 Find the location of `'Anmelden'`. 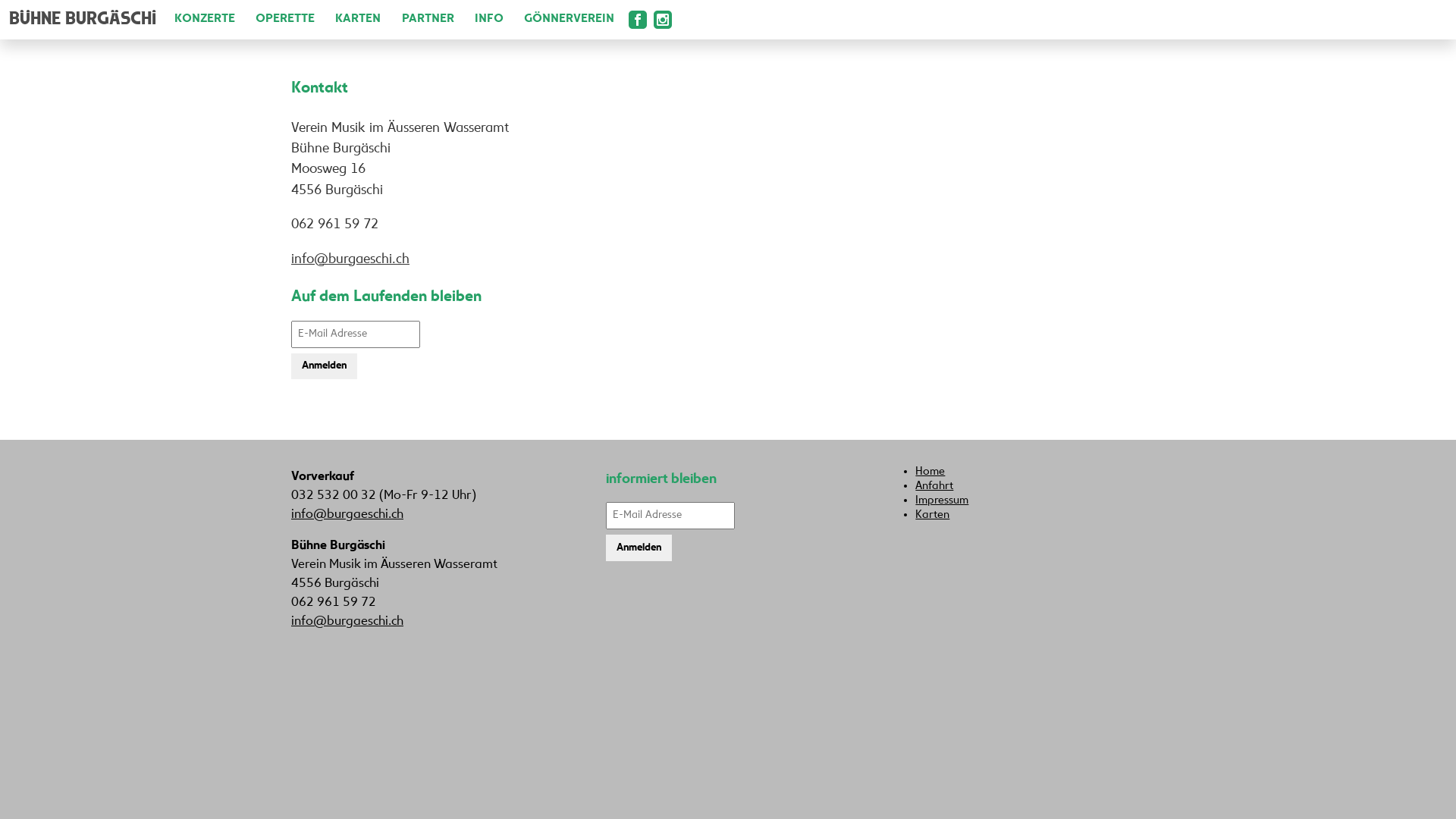

'Anmelden' is located at coordinates (323, 366).